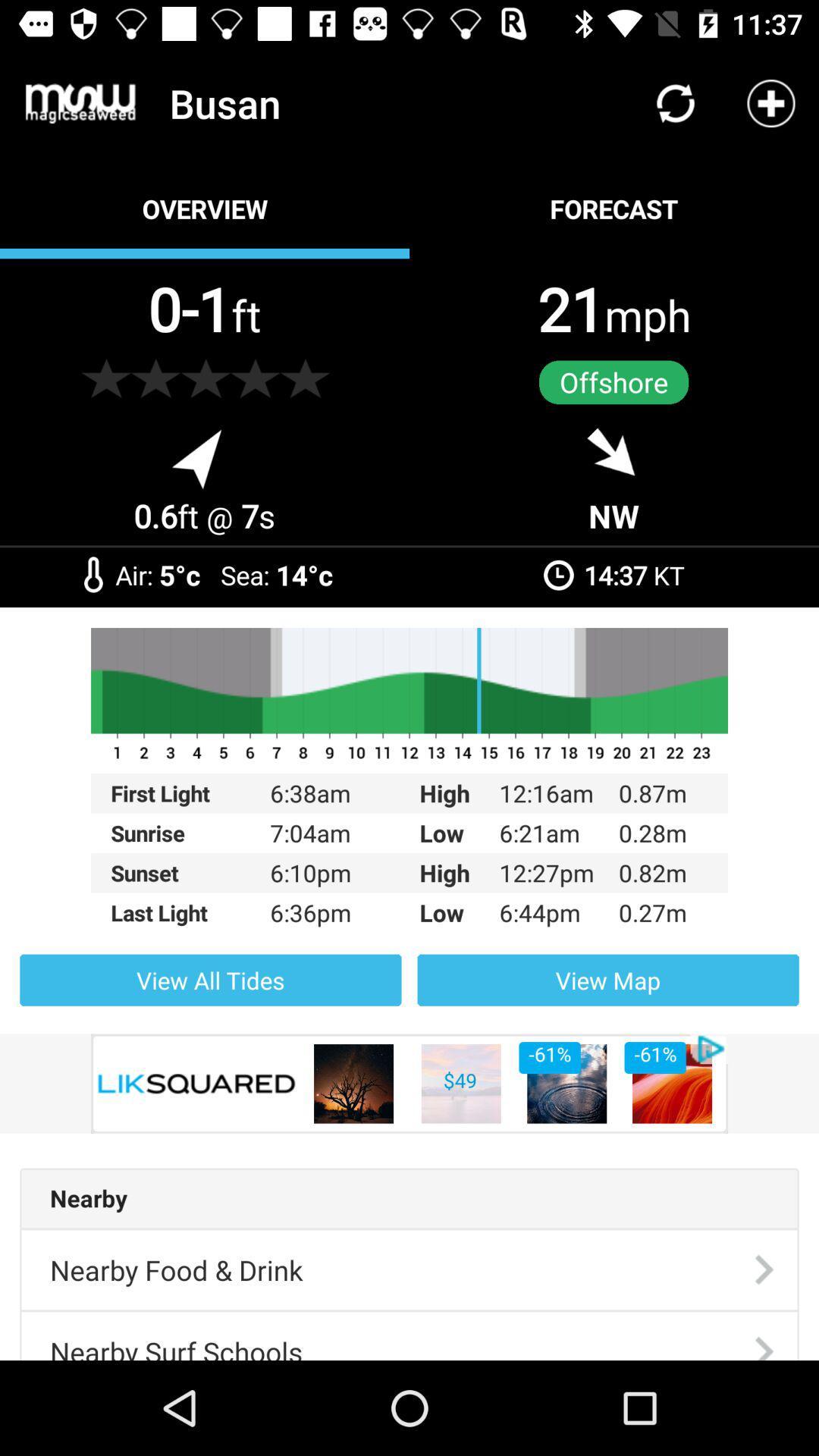 The width and height of the screenshot is (819, 1456). Describe the element at coordinates (175, 1269) in the screenshot. I see `the icon above nearby surf schools item` at that location.